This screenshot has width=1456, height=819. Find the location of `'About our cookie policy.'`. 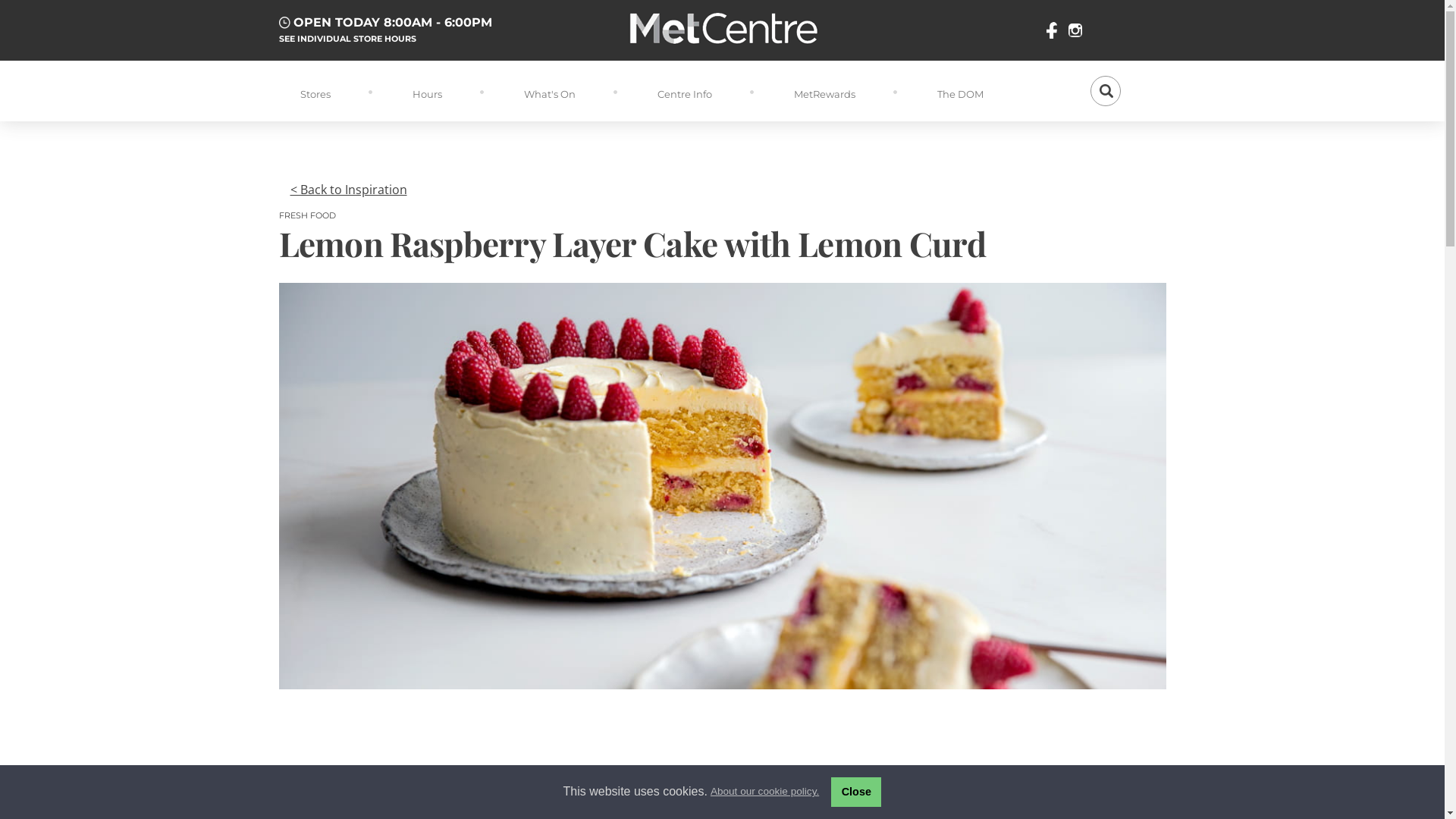

'About our cookie policy.' is located at coordinates (763, 791).